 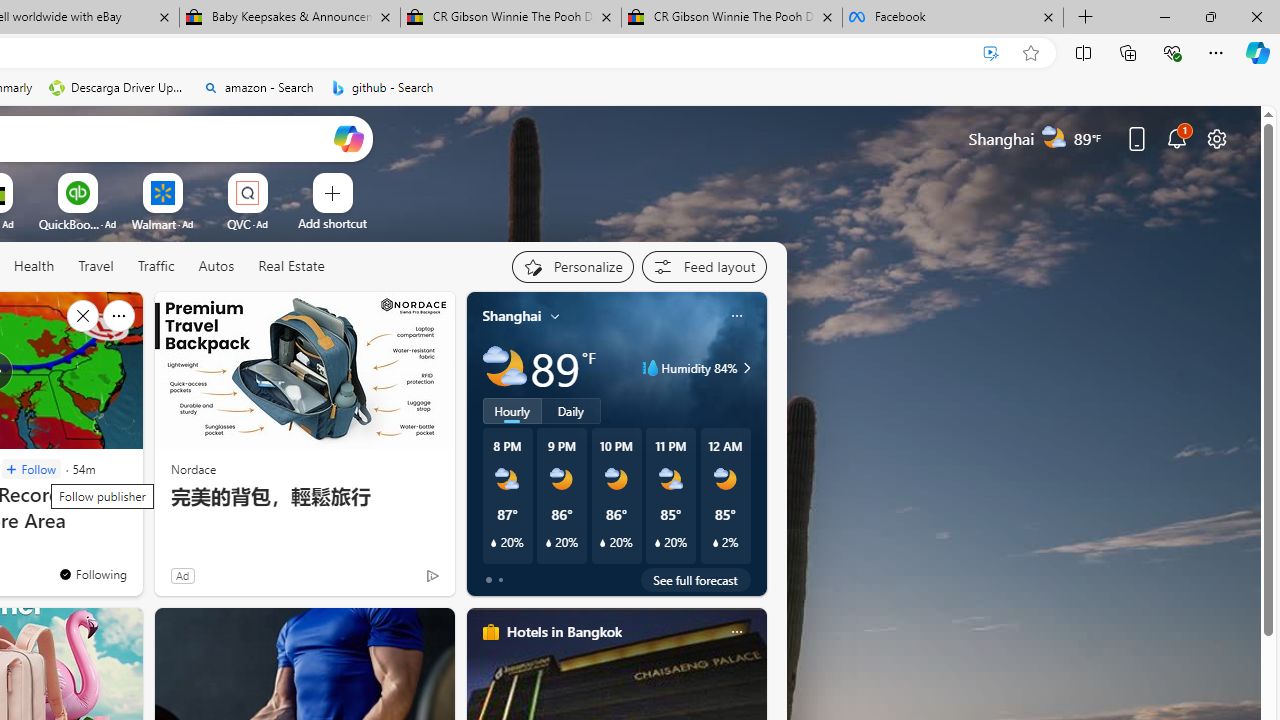 What do you see at coordinates (500, 579) in the screenshot?
I see `'tab-1'` at bounding box center [500, 579].